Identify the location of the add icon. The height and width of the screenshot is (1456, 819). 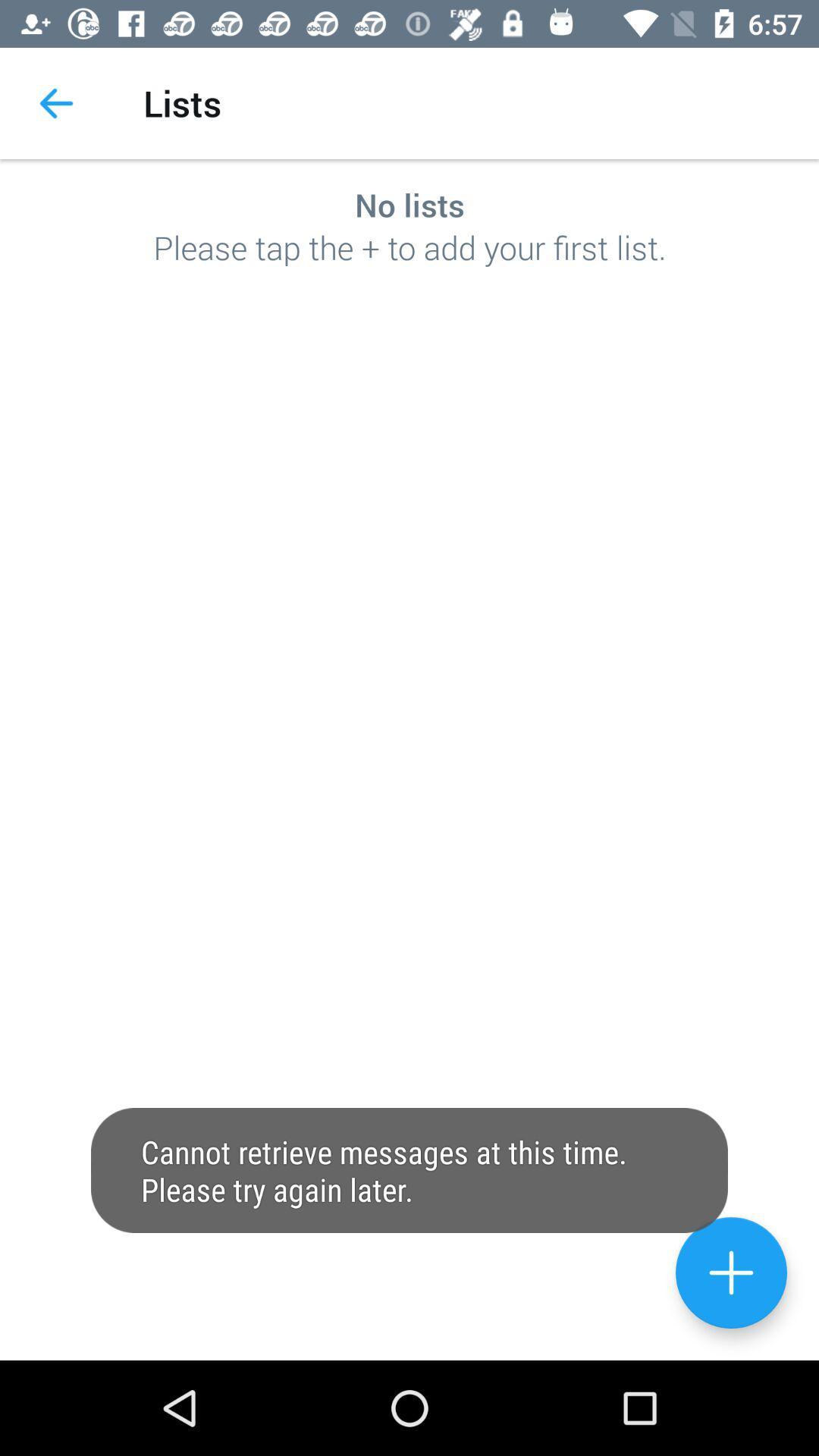
(730, 1272).